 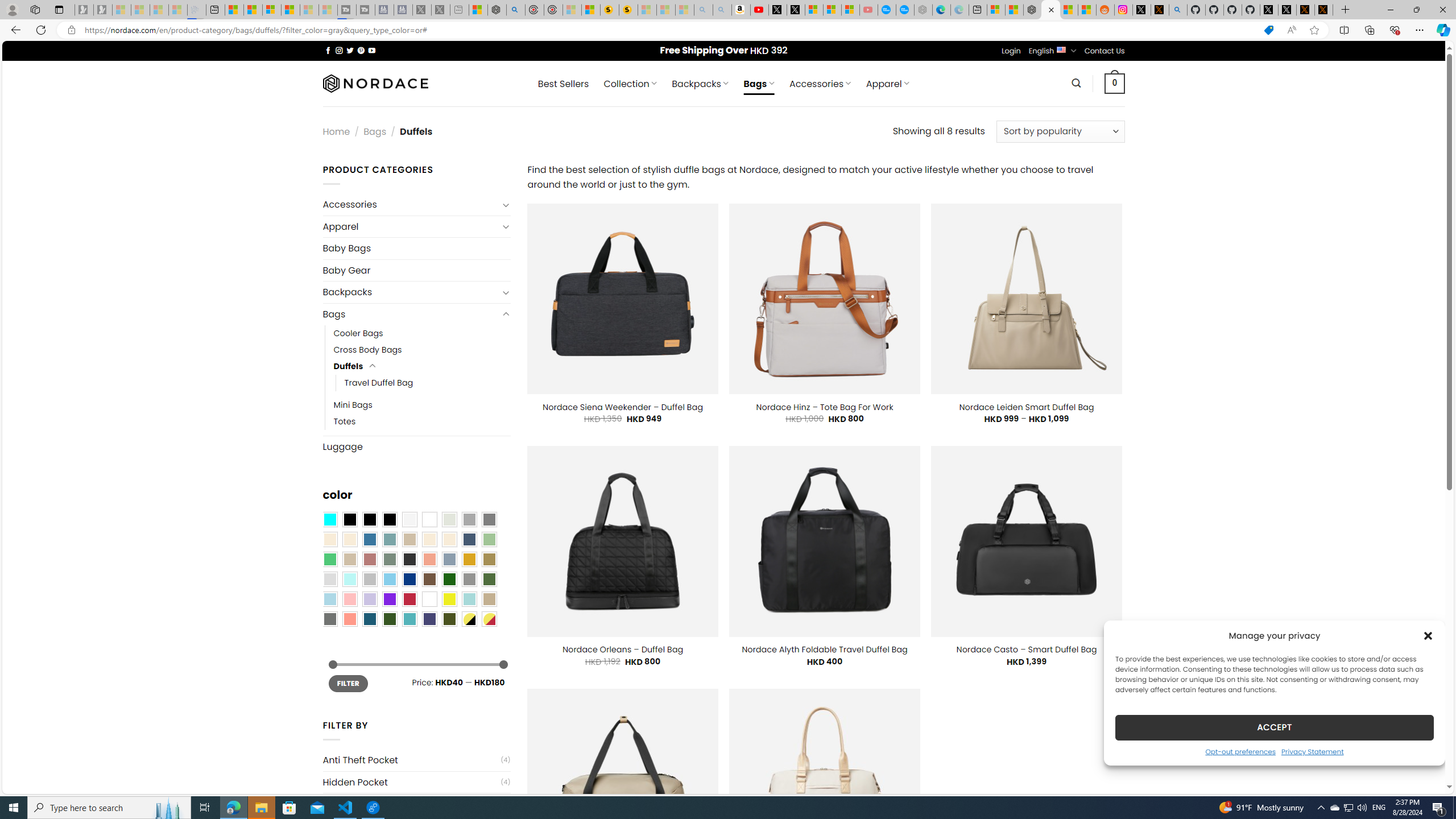 What do you see at coordinates (1115, 82) in the screenshot?
I see `'  0  '` at bounding box center [1115, 82].